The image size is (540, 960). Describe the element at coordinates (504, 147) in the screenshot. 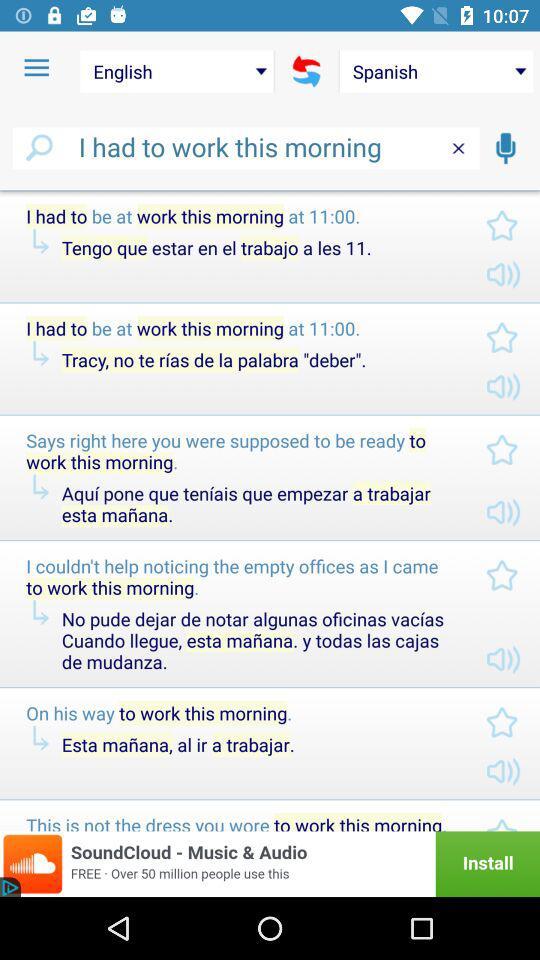

I see `the microphone icon` at that location.